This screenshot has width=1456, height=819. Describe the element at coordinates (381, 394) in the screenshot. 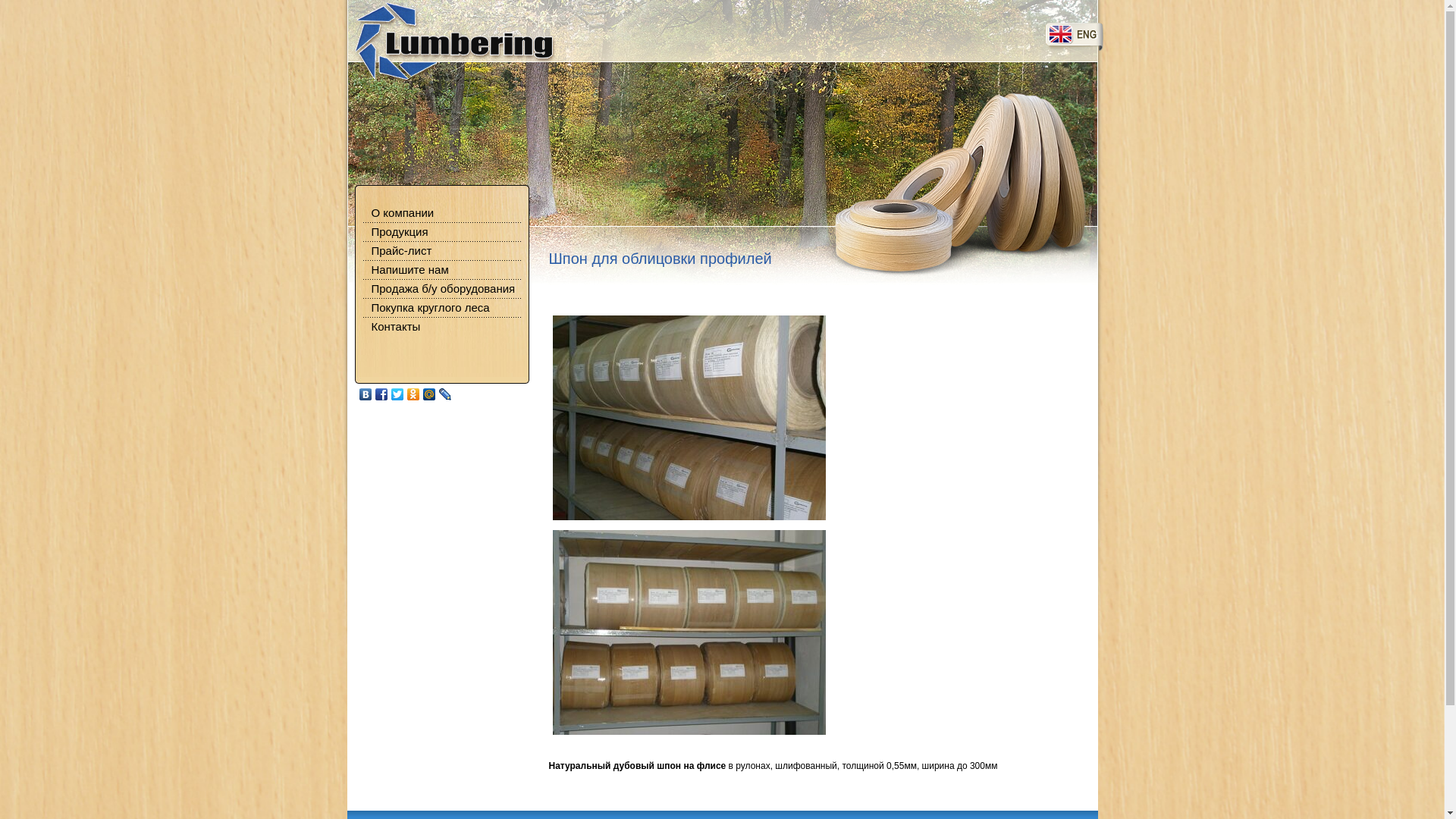

I see `'Facebook'` at that location.